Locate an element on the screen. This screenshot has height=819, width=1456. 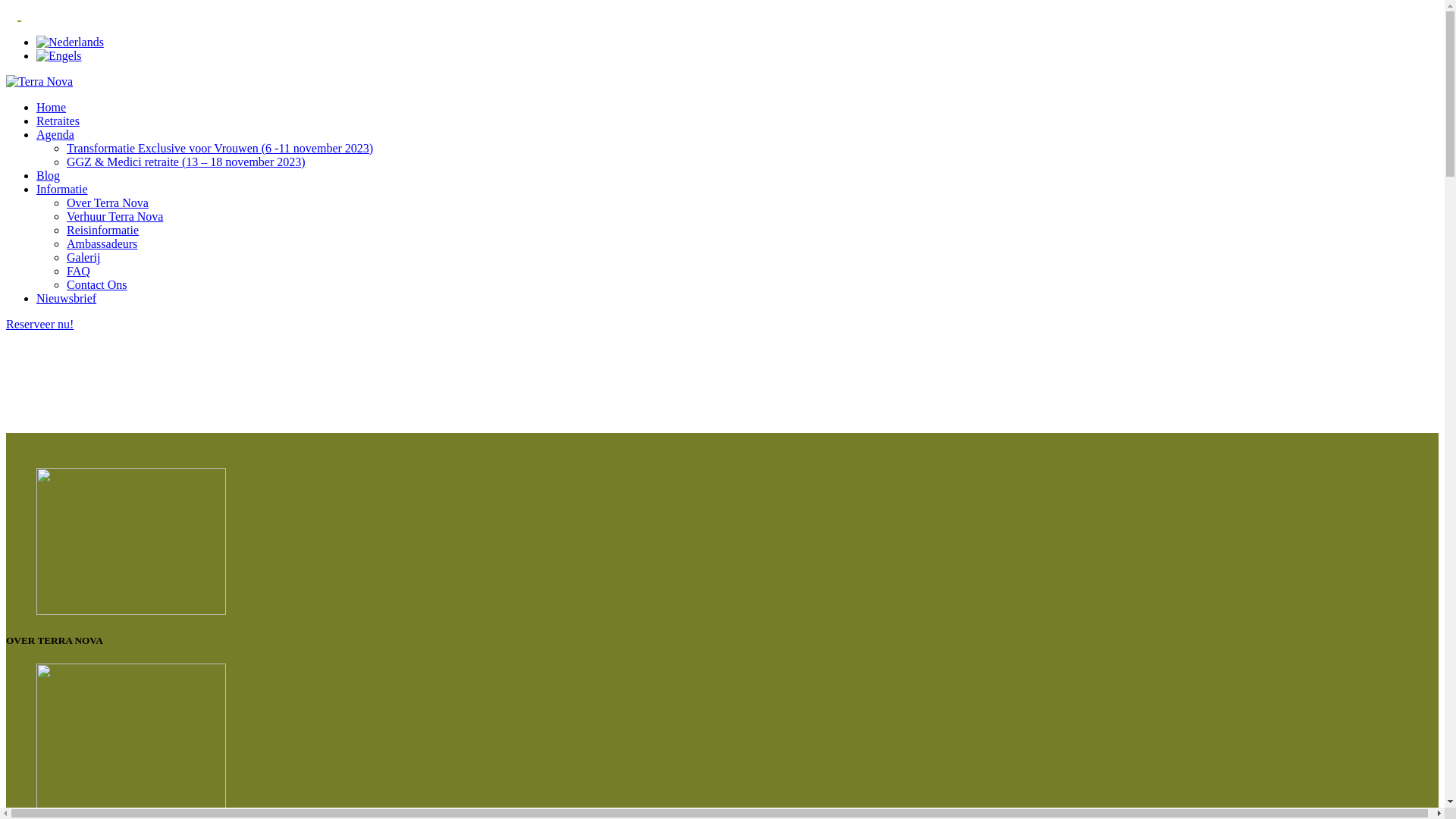
'Over-terra-Nova1' is located at coordinates (130, 540).